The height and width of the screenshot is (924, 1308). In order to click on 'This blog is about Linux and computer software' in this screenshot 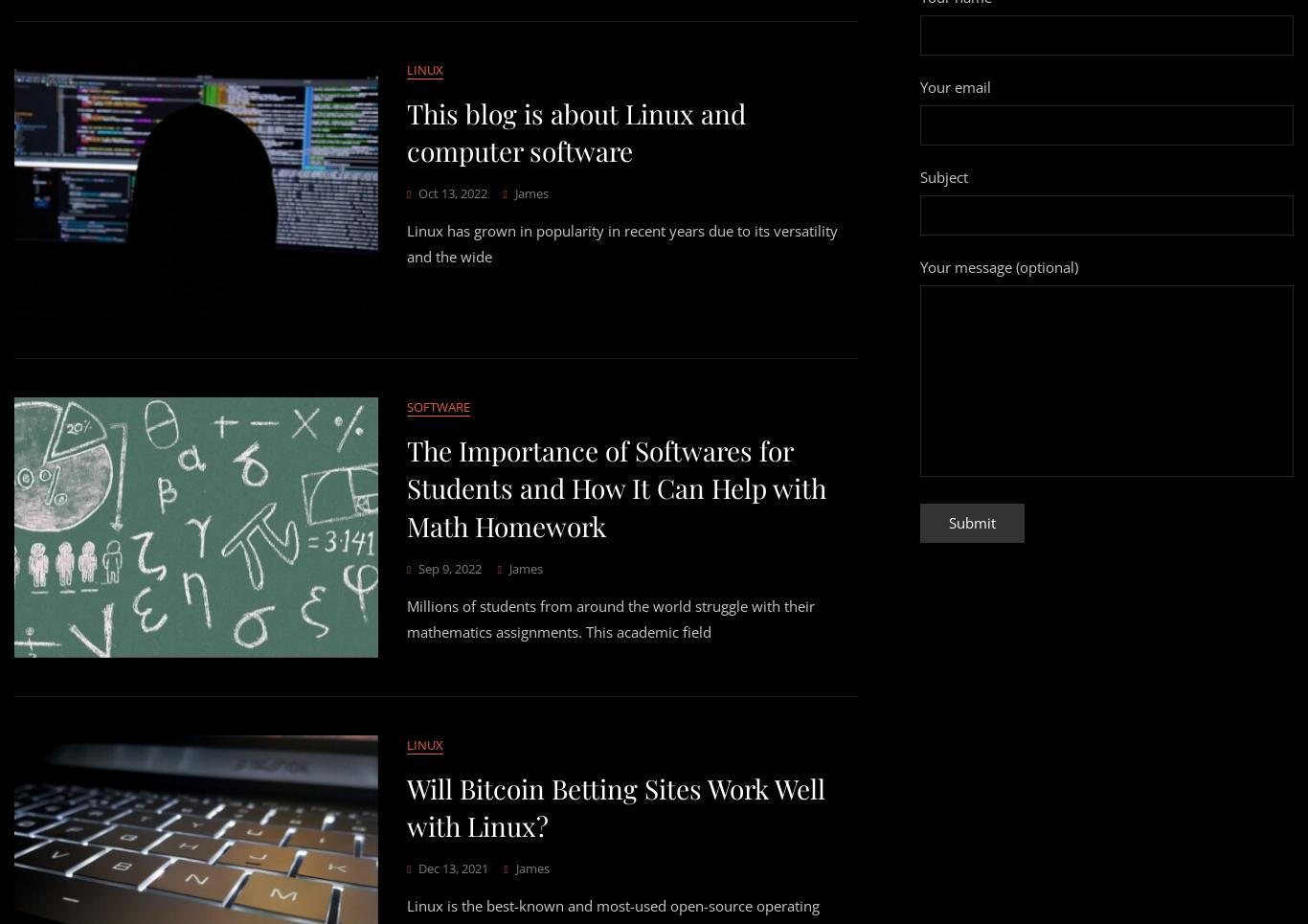, I will do `click(575, 131)`.